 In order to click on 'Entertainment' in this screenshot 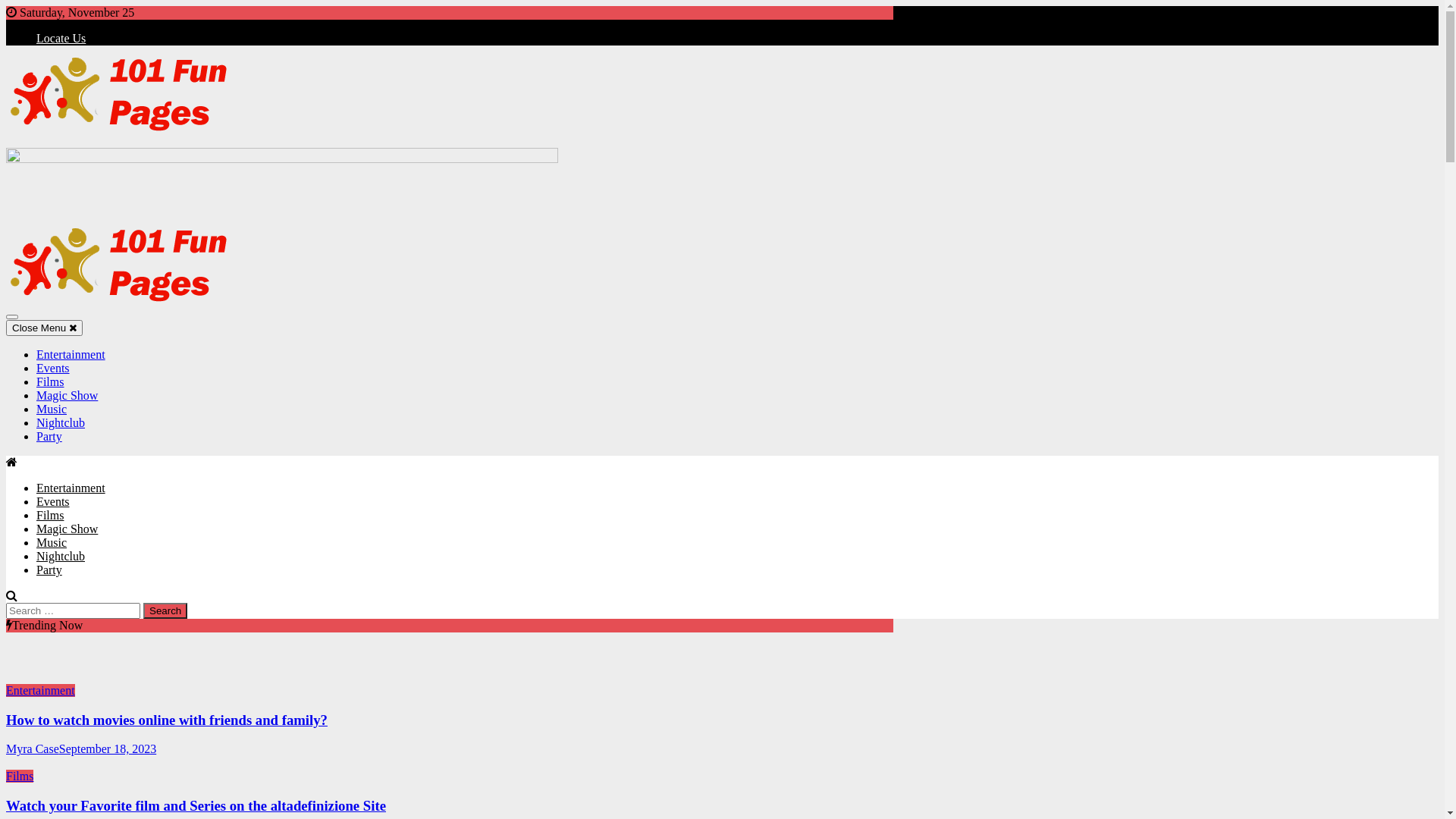, I will do `click(70, 488)`.